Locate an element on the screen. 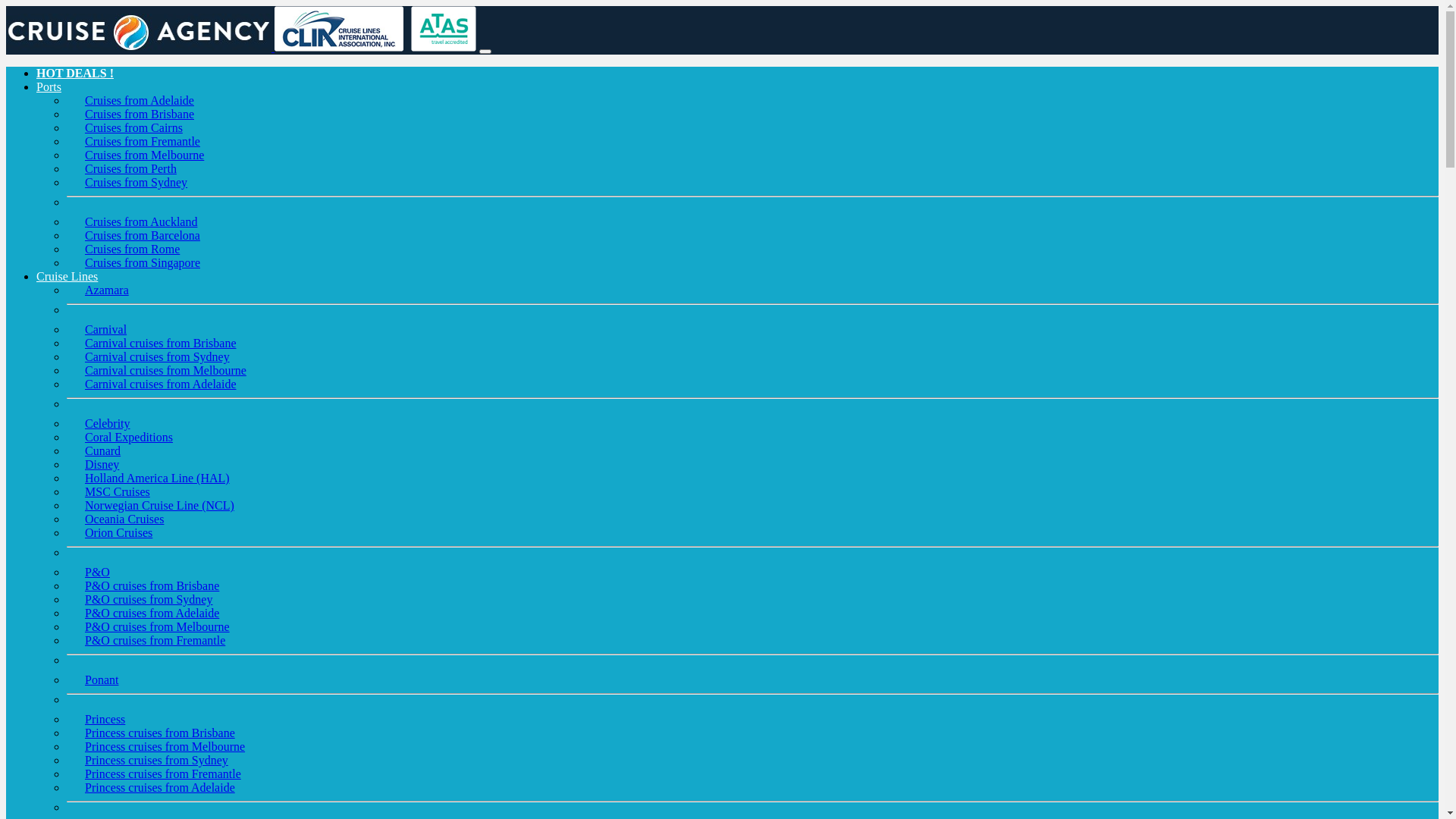 The height and width of the screenshot is (819, 1456). 'Carnival cruises from Brisbane' is located at coordinates (160, 343).